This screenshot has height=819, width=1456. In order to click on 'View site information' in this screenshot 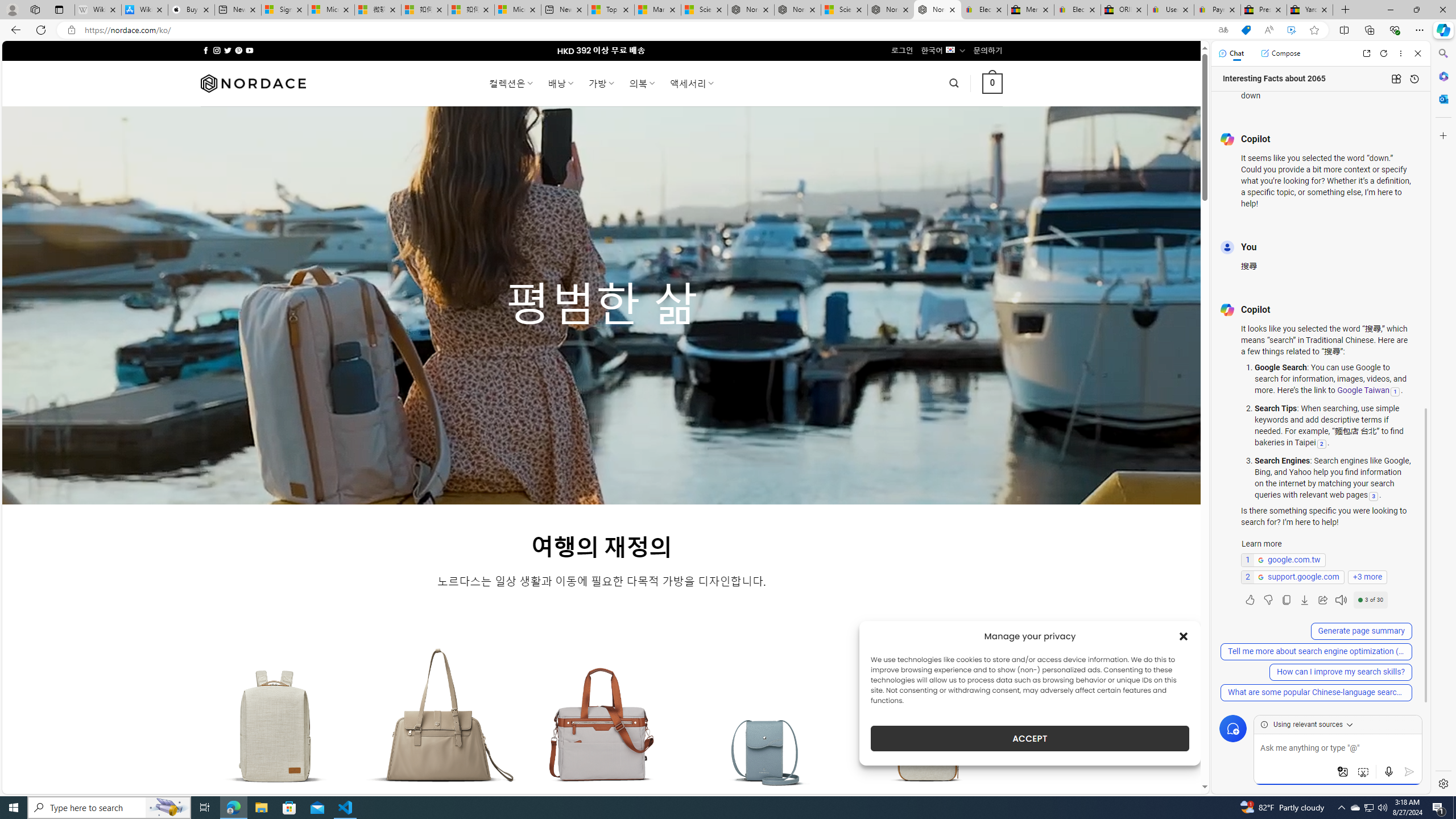, I will do `click(71, 30)`.